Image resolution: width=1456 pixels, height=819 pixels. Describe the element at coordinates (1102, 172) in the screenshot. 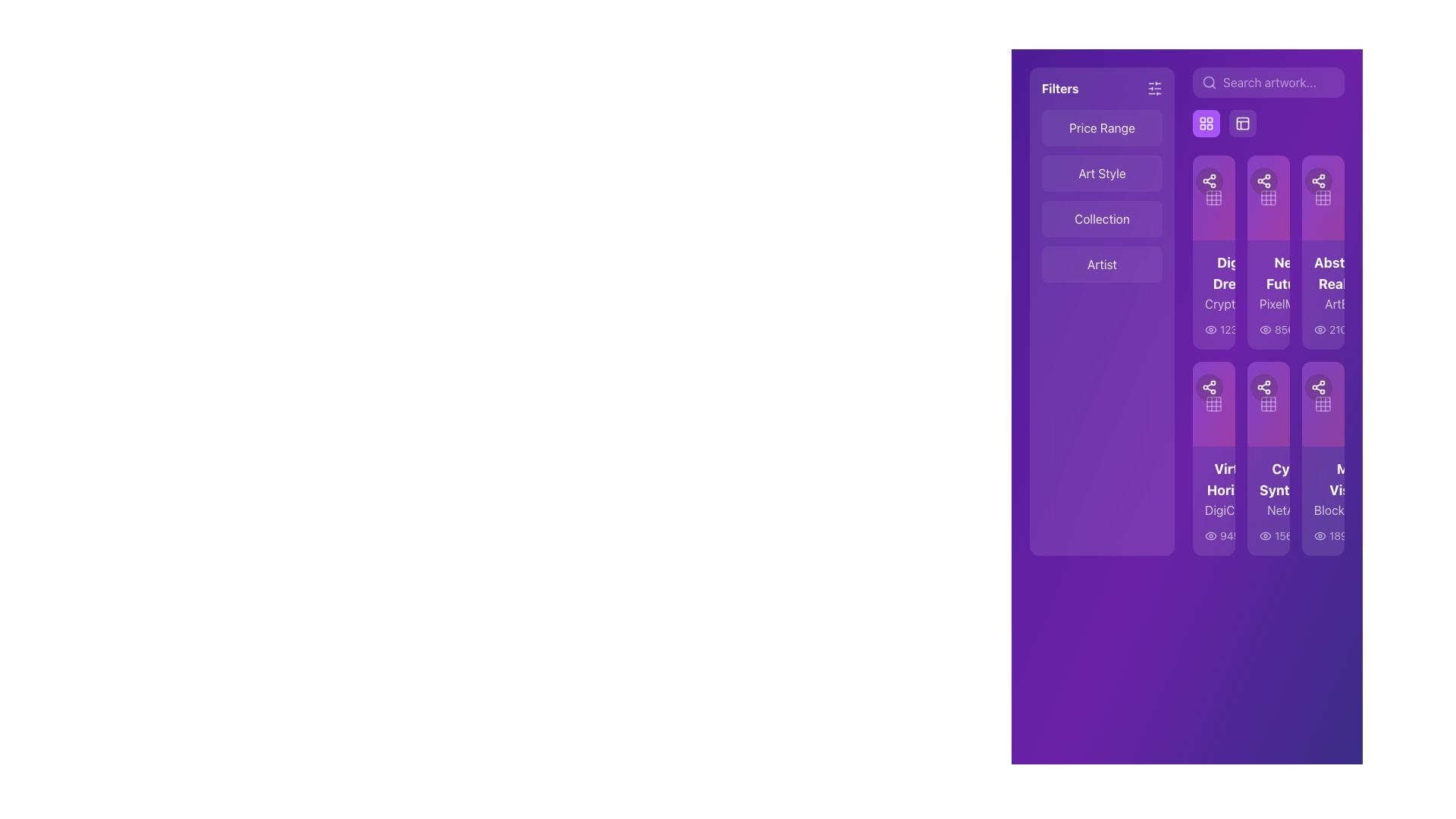

I see `text of the 'Art Style' label, which is positioned centrally within a vertically oriented menu, located below the 'Price Range' menu item and above the 'Collection' item` at that location.